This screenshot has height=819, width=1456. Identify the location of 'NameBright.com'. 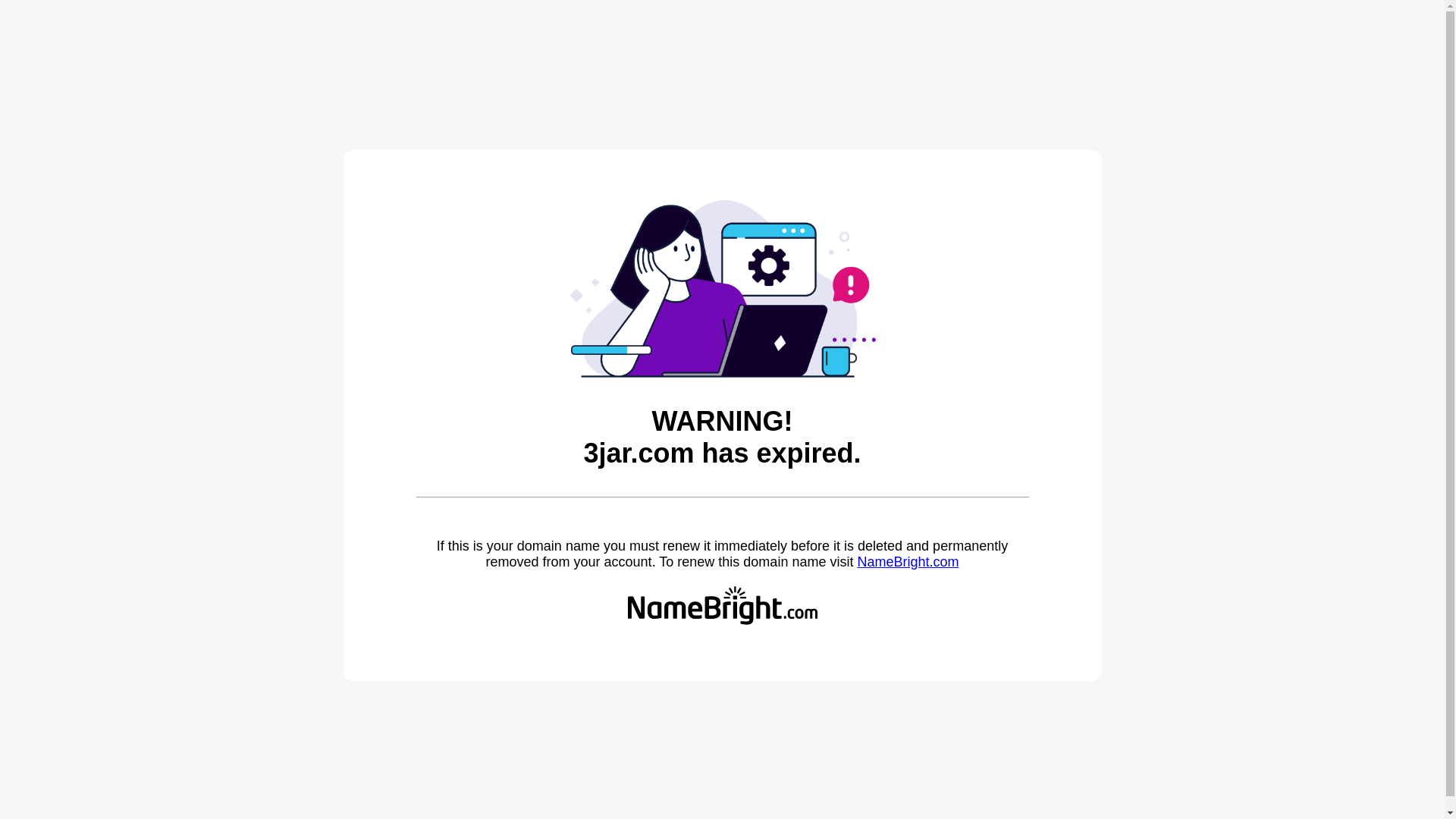
(856, 561).